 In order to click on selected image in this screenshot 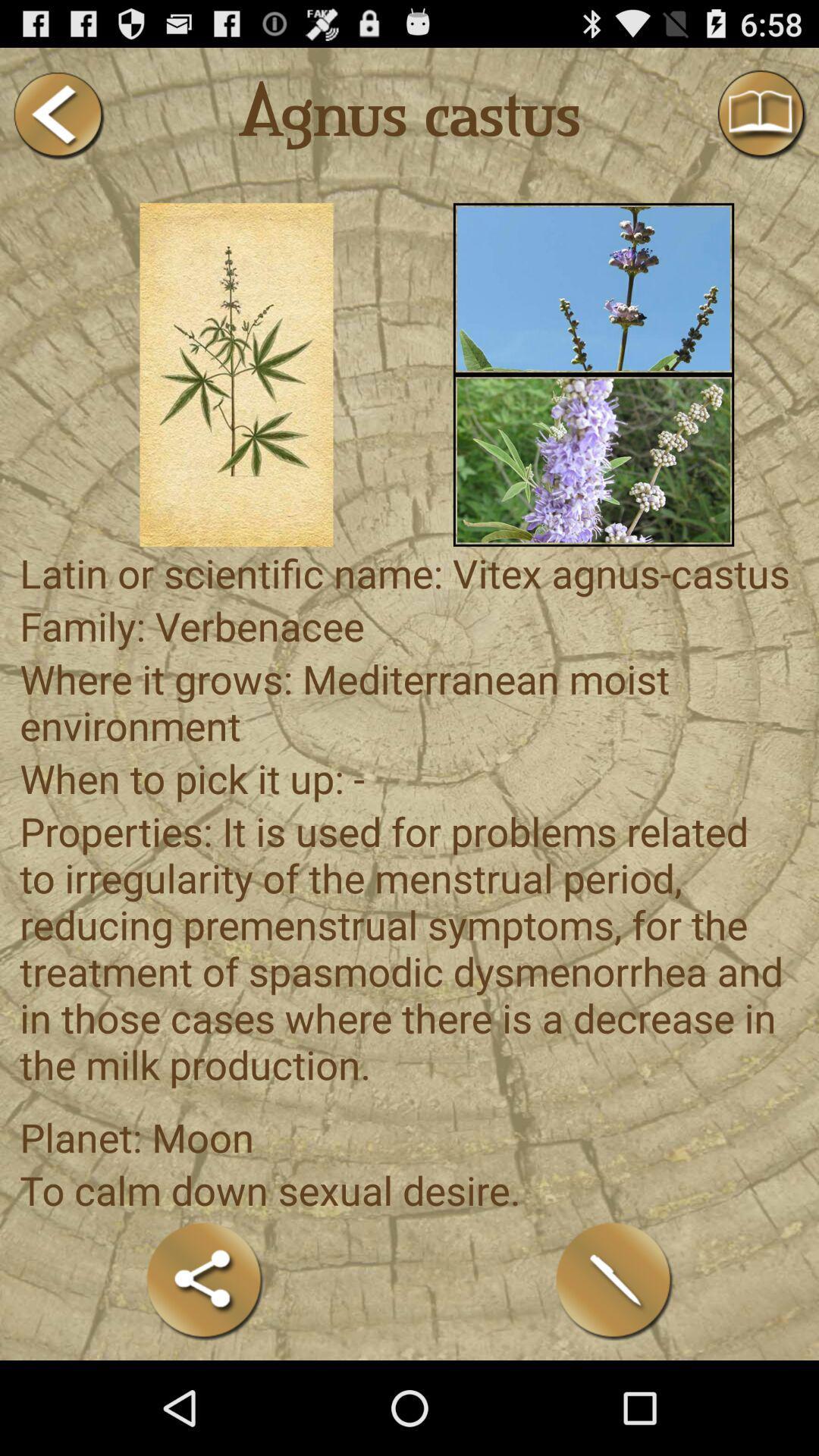, I will do `click(237, 375)`.